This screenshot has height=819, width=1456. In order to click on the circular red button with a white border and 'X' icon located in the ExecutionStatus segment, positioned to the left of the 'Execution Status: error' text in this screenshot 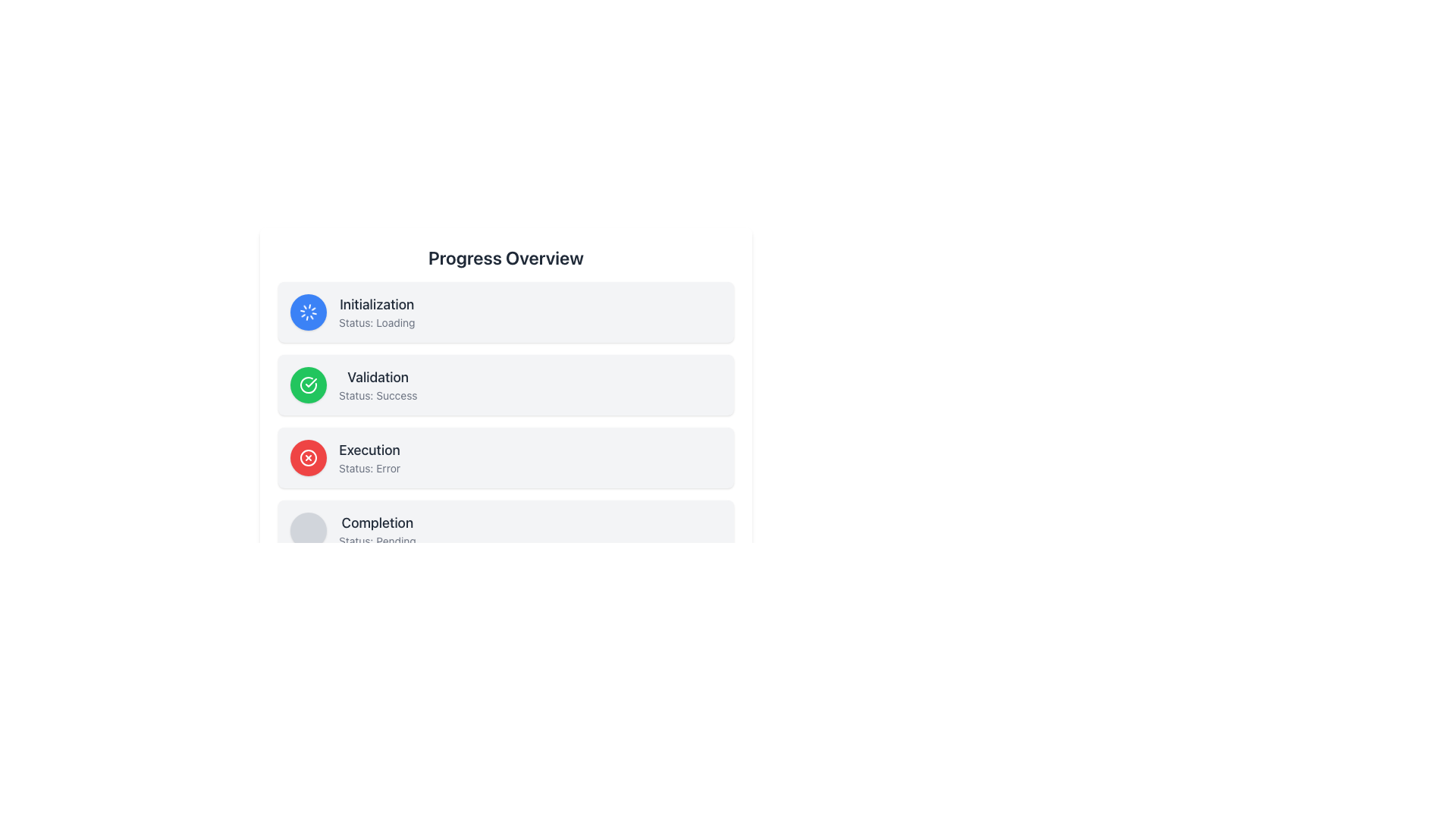, I will do `click(308, 457)`.